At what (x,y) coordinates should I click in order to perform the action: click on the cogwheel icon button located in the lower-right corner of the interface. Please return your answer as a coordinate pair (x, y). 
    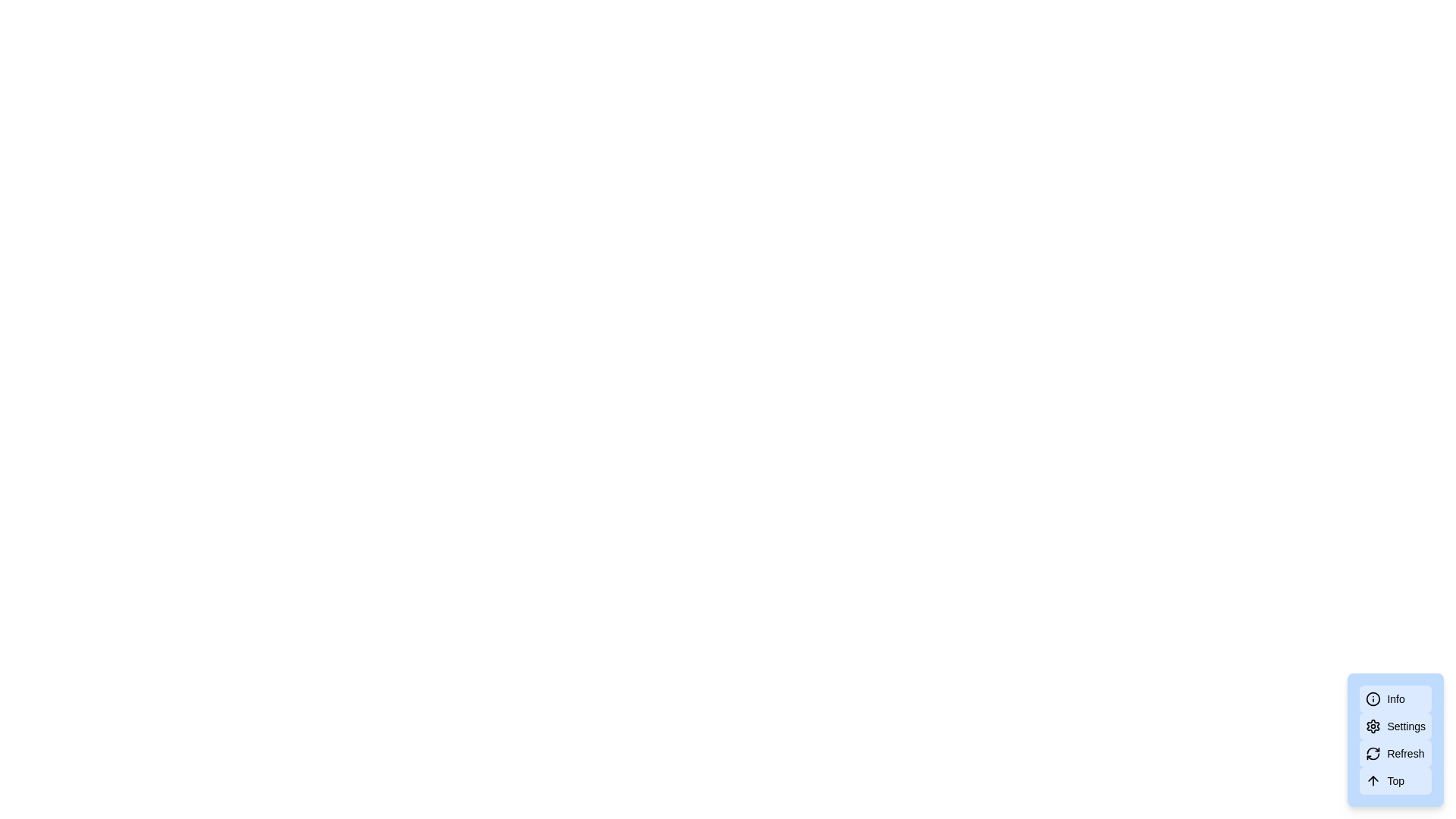
    Looking at the image, I should click on (1373, 725).